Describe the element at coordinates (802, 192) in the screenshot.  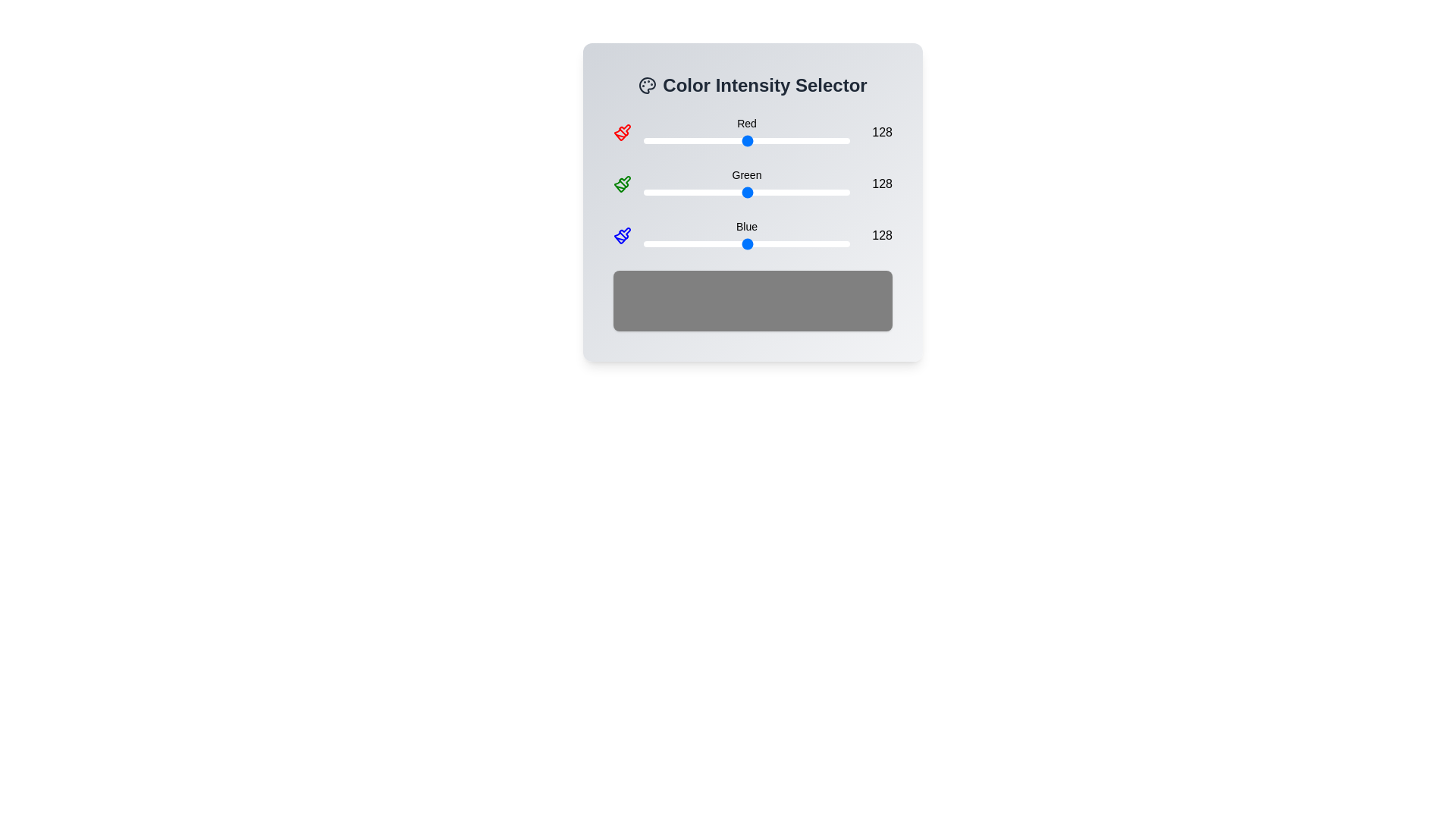
I see `the green intensity` at that location.